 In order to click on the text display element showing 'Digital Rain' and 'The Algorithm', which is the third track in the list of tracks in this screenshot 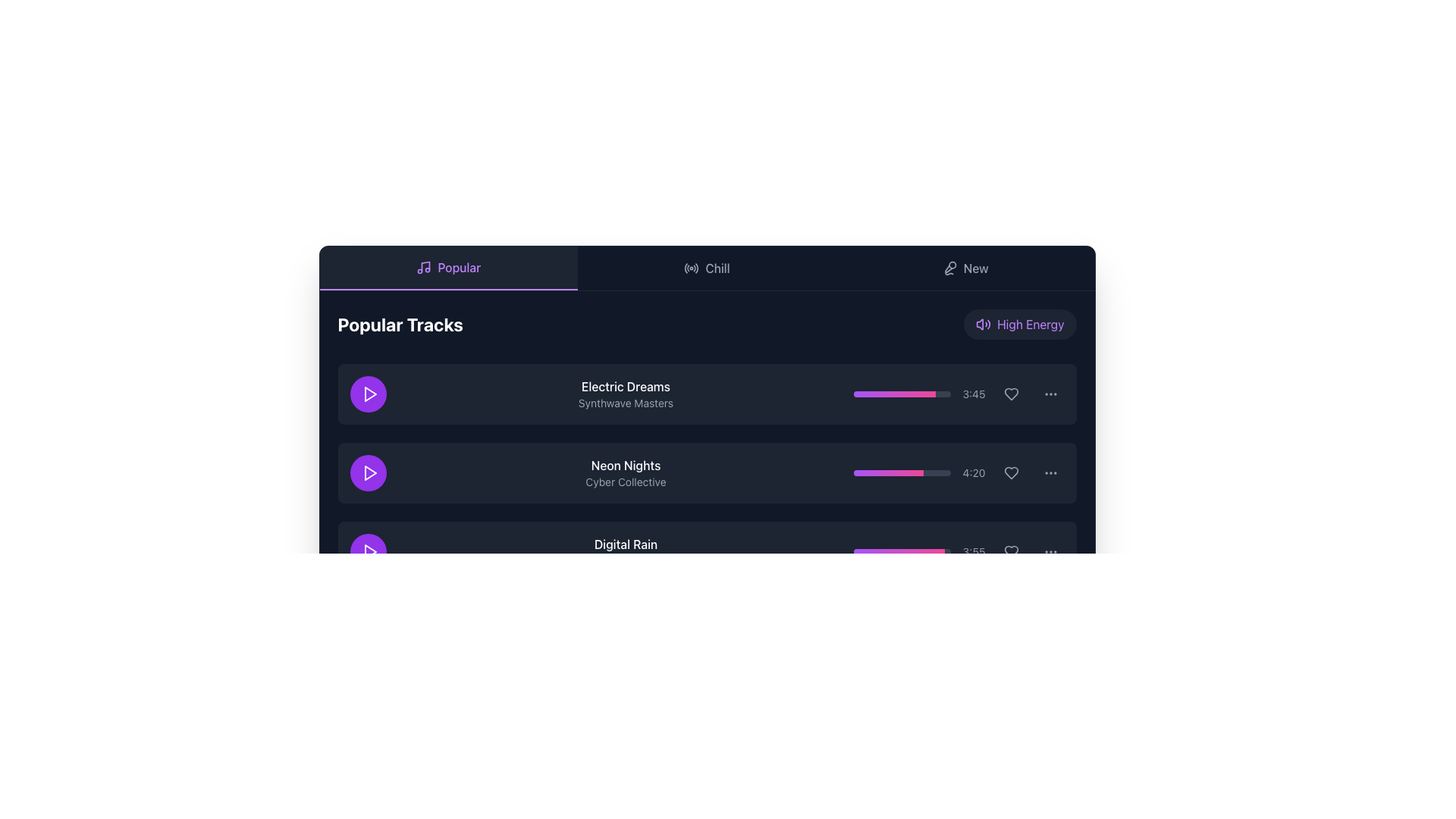, I will do `click(626, 552)`.